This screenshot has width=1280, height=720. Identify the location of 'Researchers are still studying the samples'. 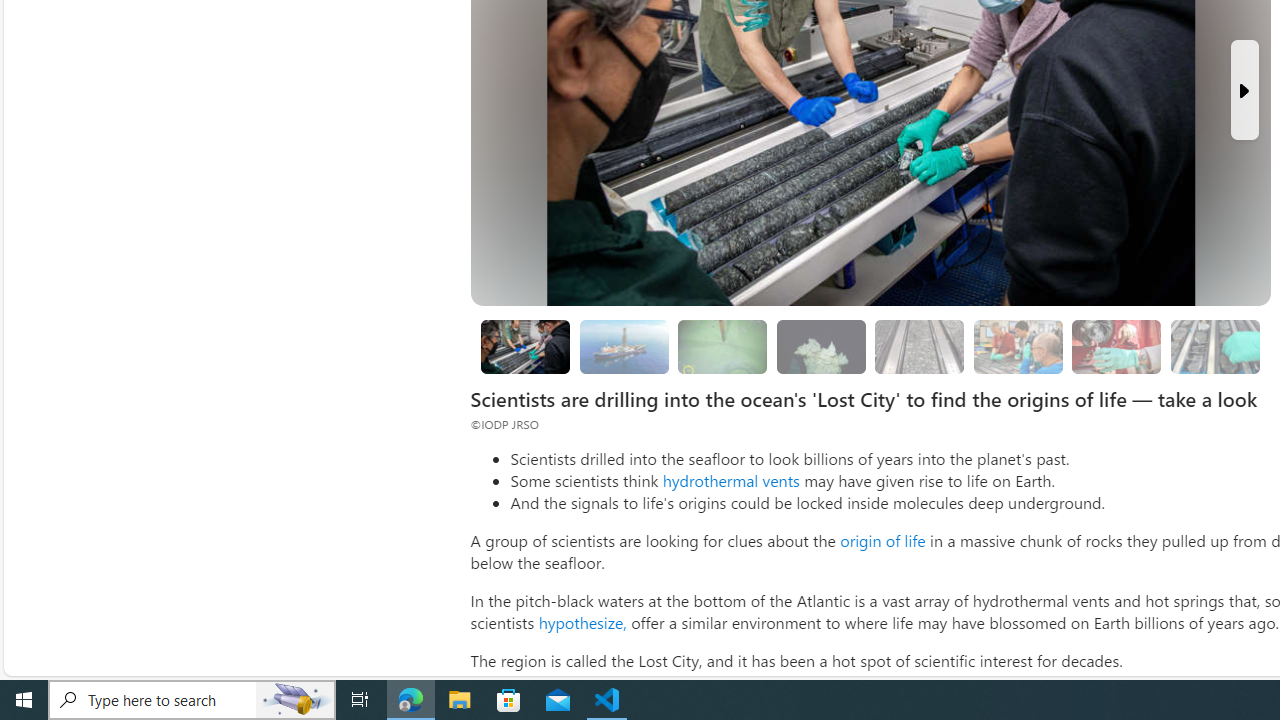
(1214, 346).